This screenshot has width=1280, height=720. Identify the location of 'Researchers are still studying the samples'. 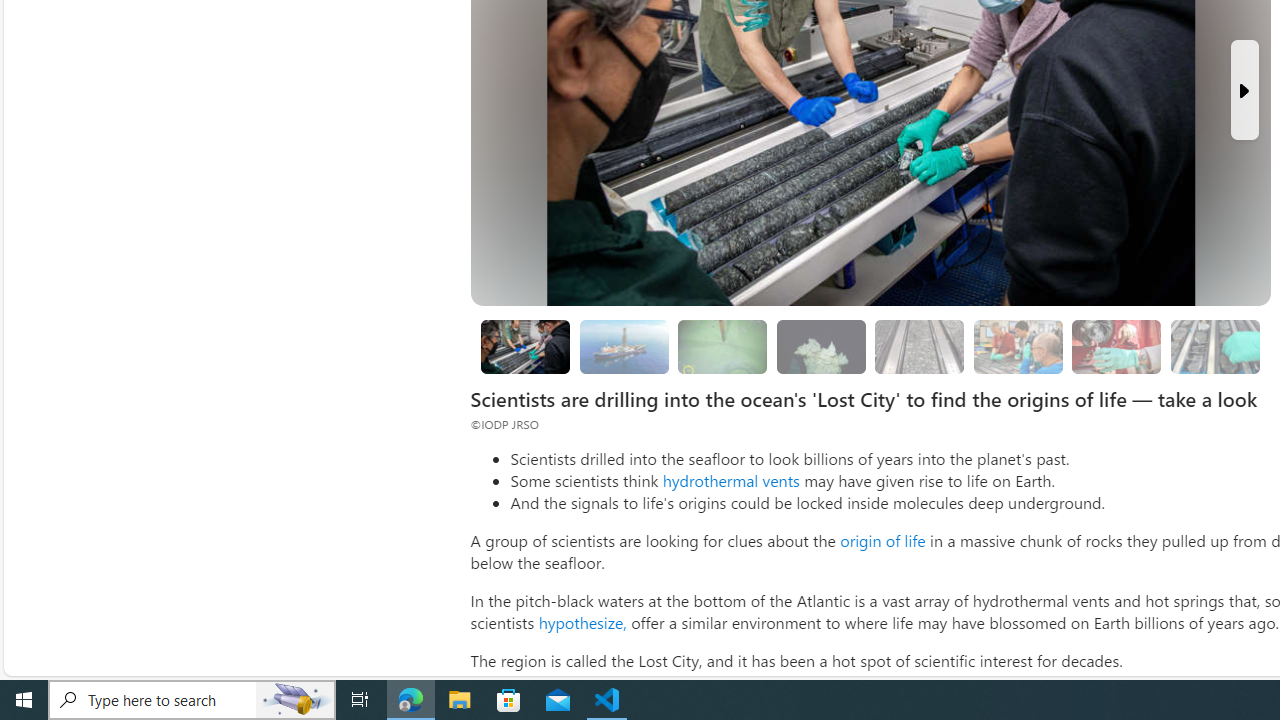
(1214, 346).